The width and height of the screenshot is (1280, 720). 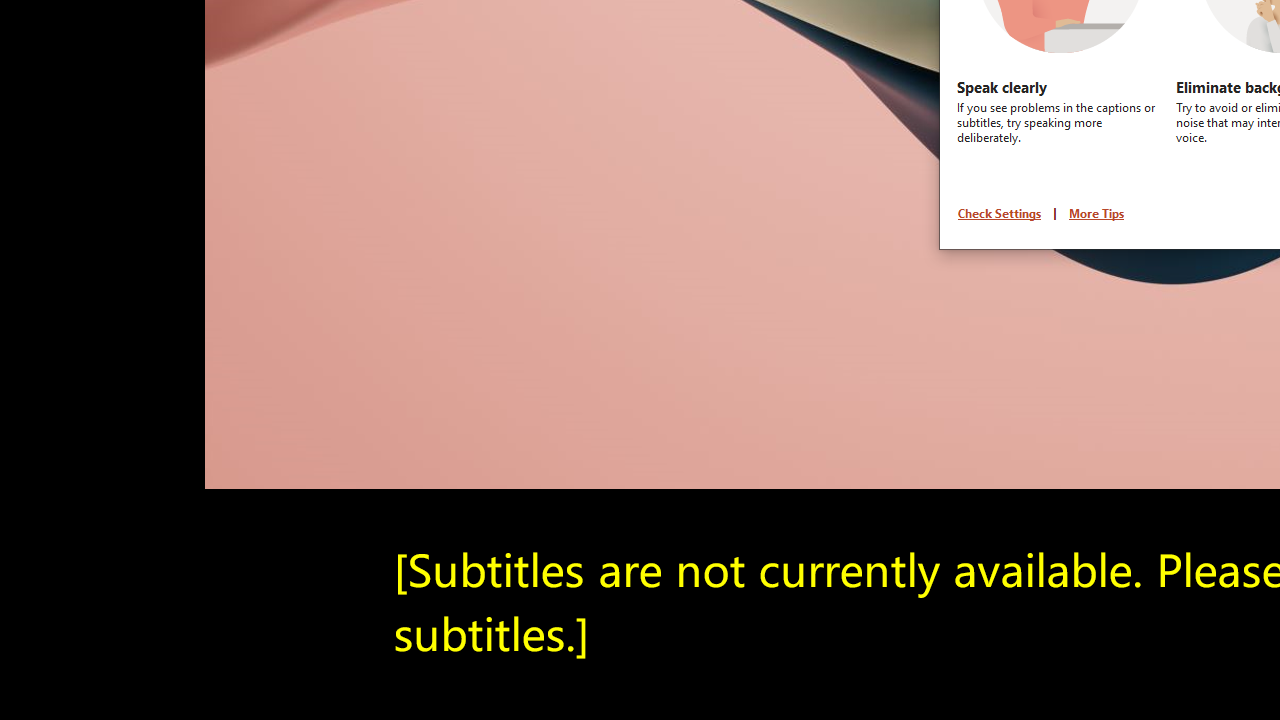 I want to click on 'More Tips', so click(x=1095, y=213).